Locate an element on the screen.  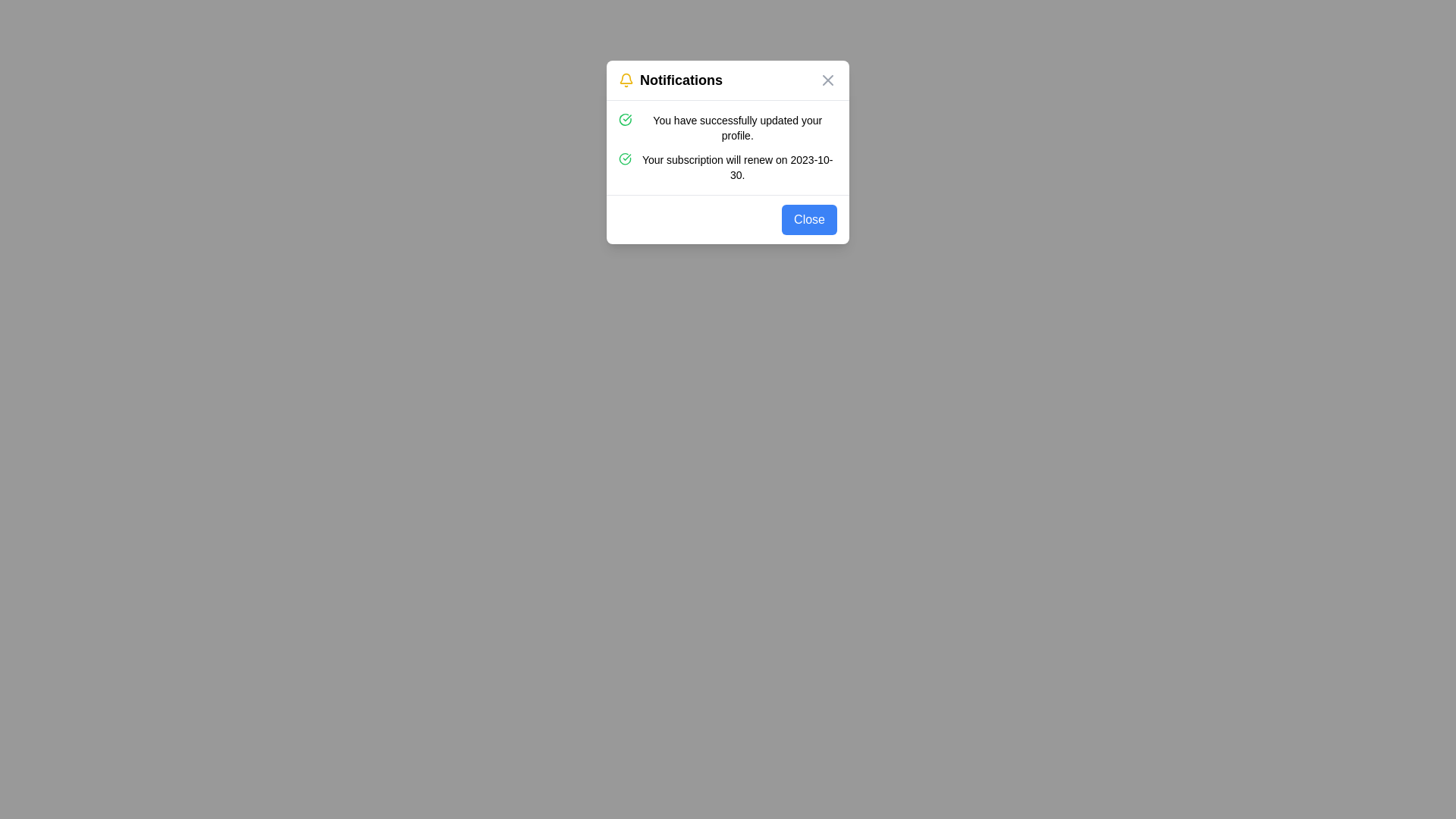
the confirmation notification indicating a successful profile update, located near the top of the modal window is located at coordinates (728, 127).